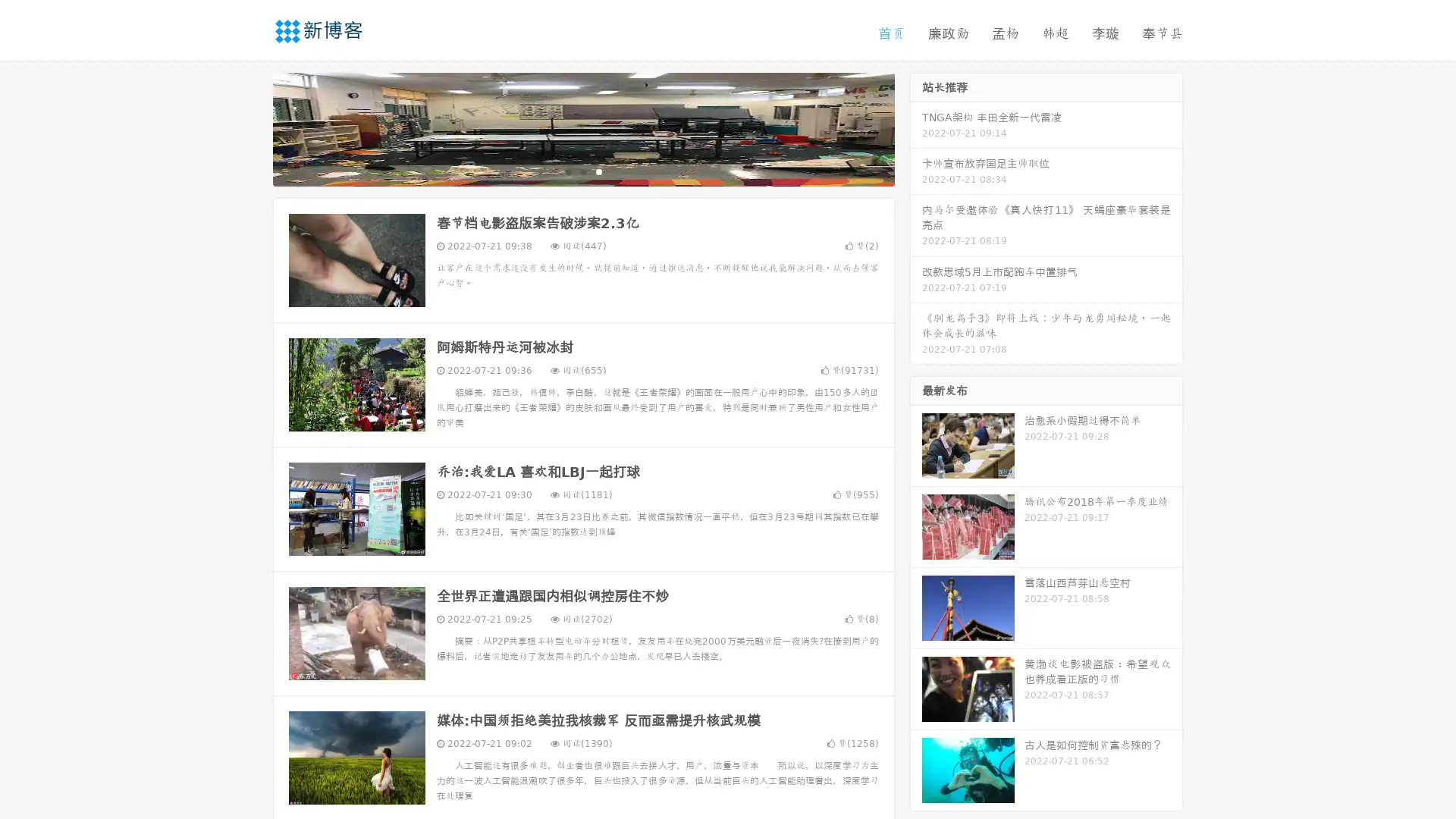 This screenshot has height=819, width=1456. I want to click on Previous slide, so click(250, 127).